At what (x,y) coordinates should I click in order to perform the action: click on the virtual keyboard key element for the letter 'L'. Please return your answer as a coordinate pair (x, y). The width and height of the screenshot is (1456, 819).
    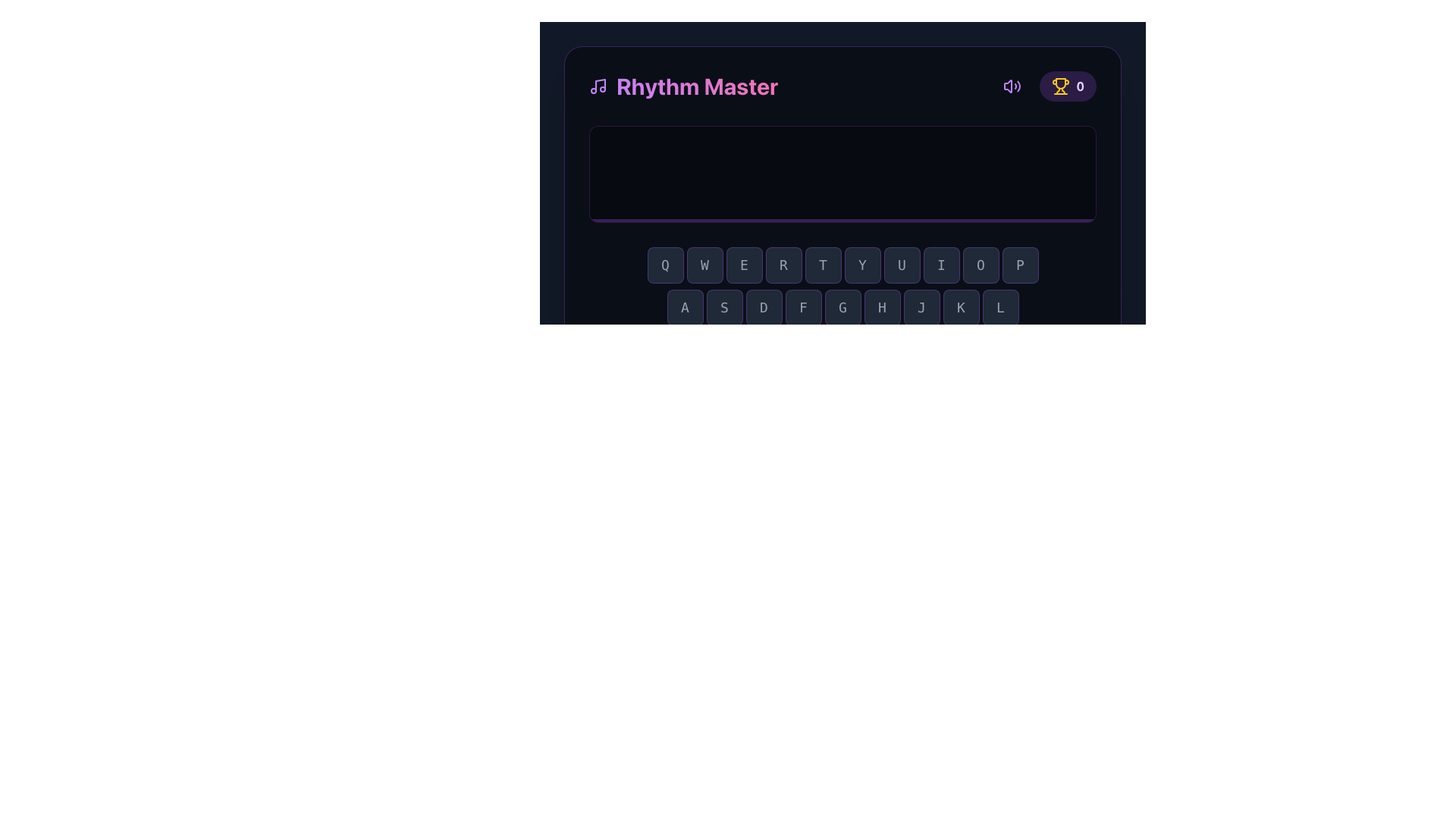
    Looking at the image, I should click on (1000, 307).